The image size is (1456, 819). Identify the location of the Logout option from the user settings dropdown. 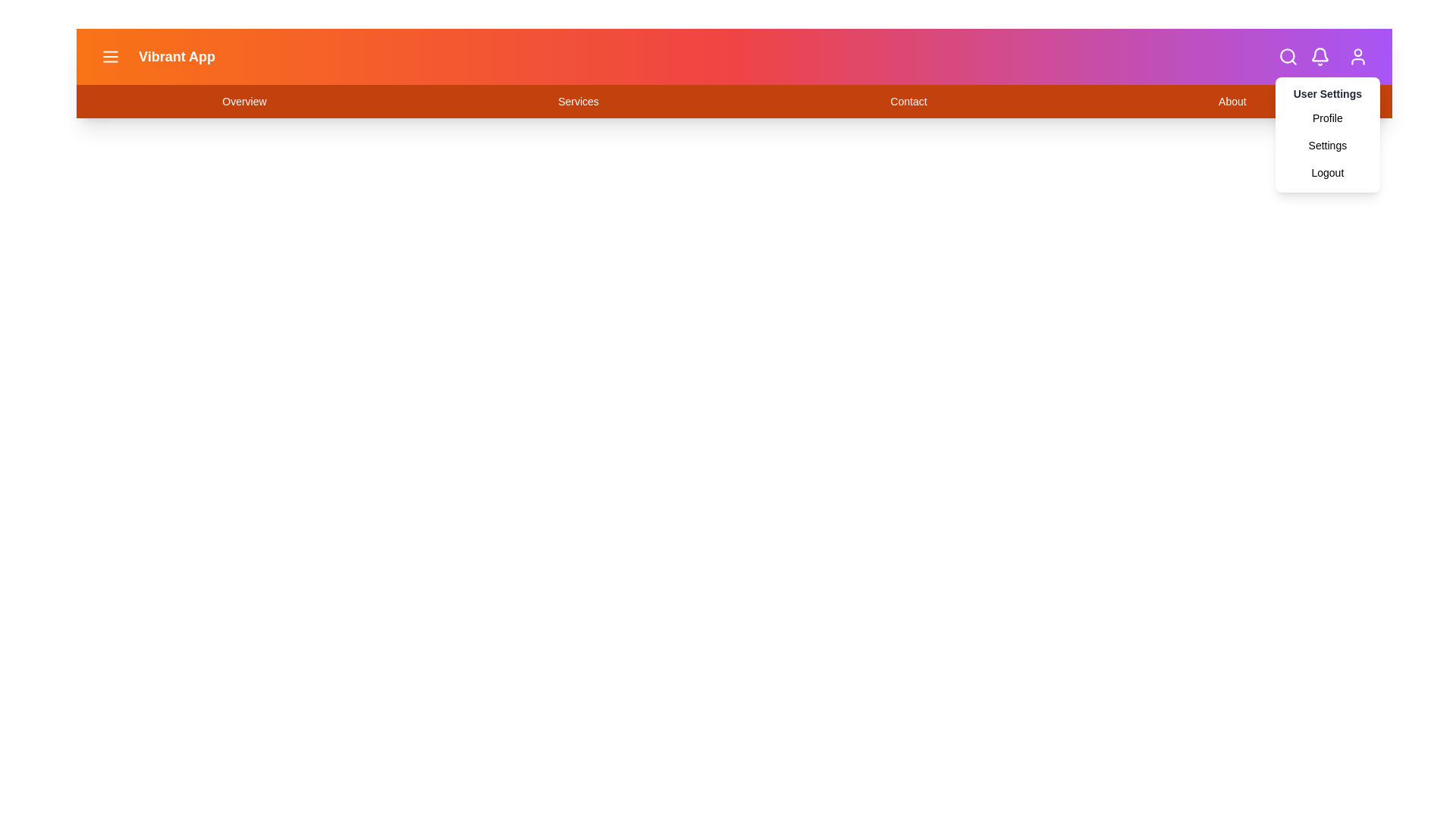
(1326, 171).